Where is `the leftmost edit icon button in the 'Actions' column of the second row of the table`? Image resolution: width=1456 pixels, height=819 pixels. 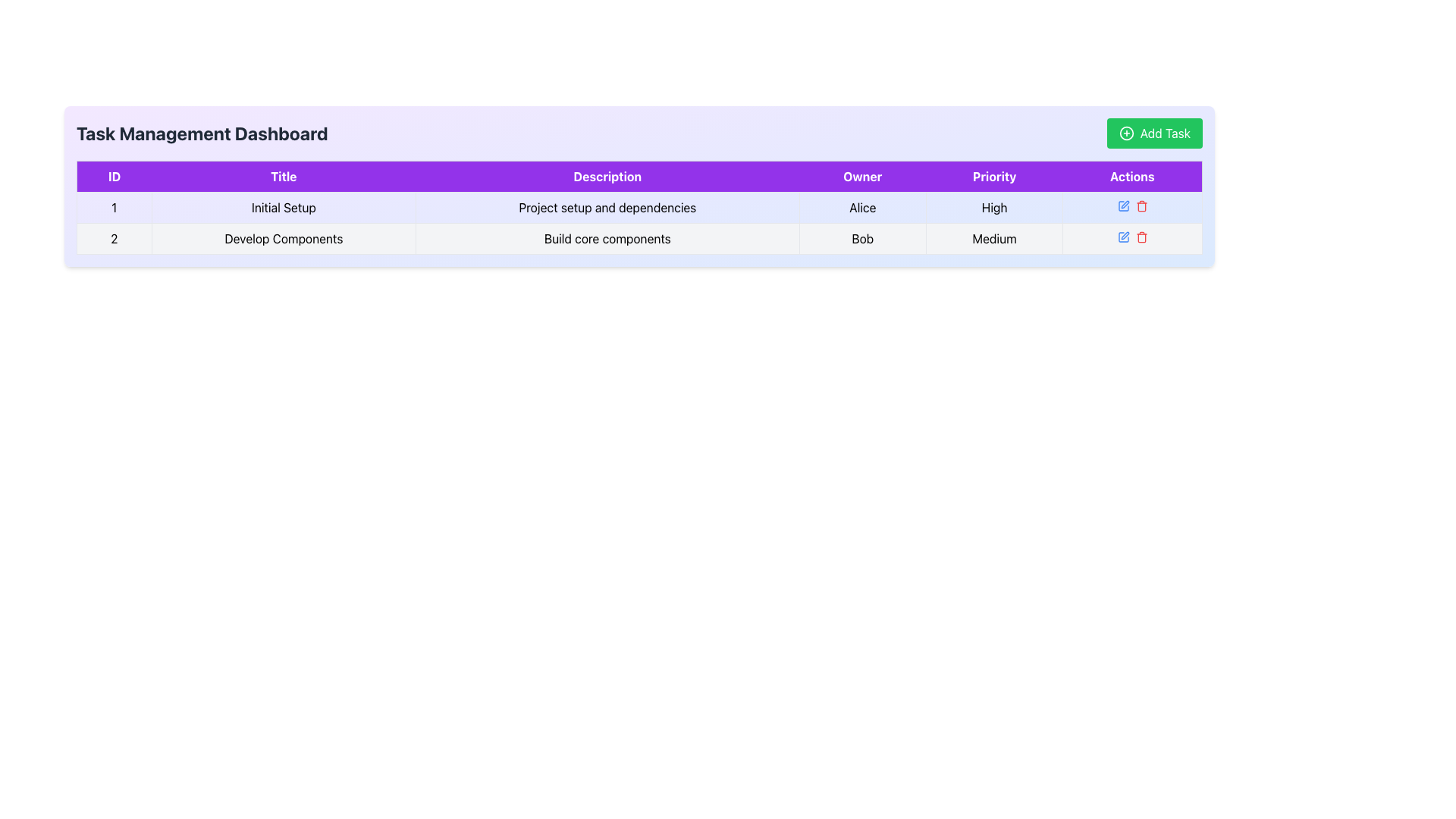 the leftmost edit icon button in the 'Actions' column of the second row of the table is located at coordinates (1123, 206).